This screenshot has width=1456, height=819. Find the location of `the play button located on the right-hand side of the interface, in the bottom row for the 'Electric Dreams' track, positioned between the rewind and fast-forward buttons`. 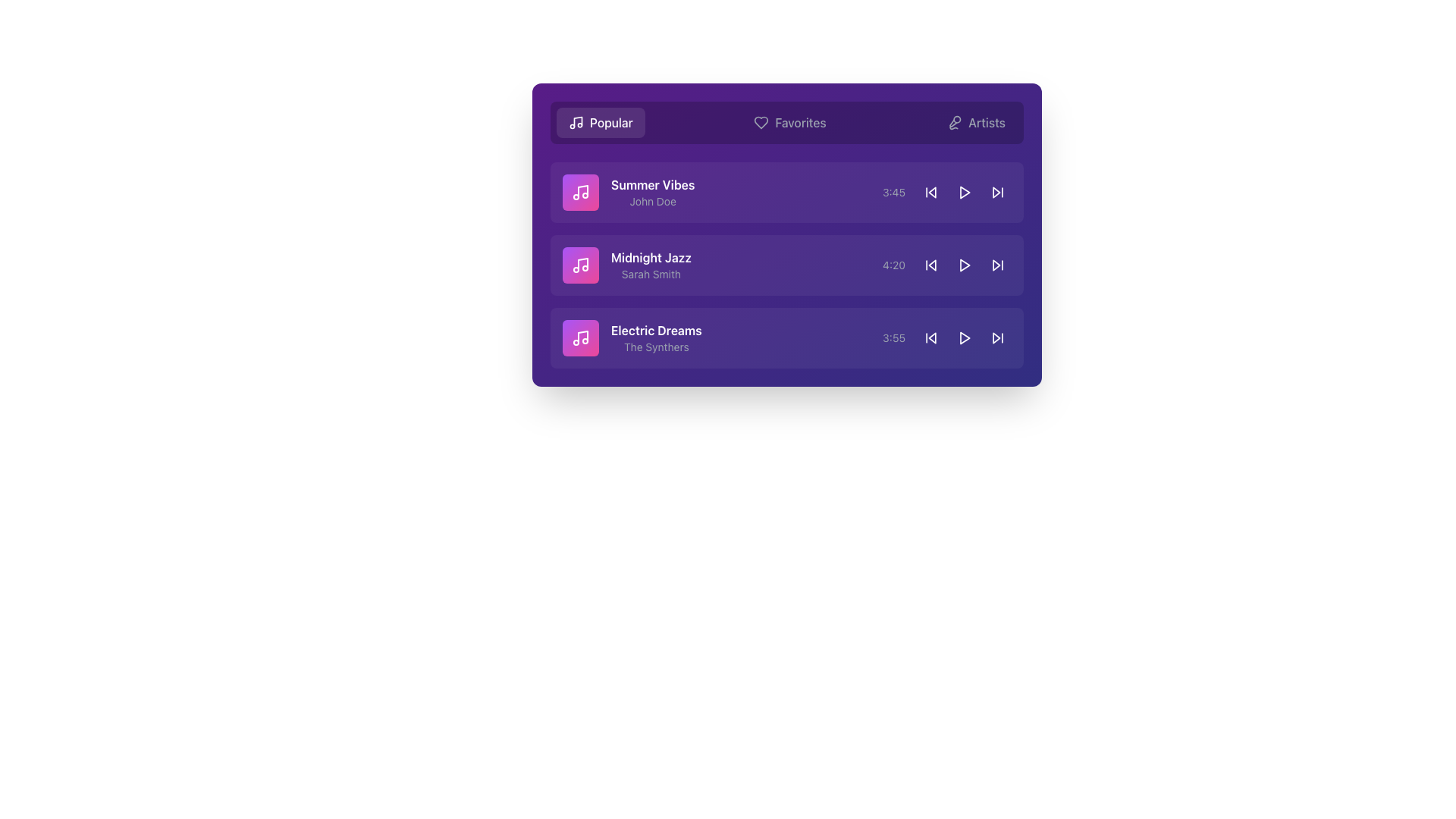

the play button located on the right-hand side of the interface, in the bottom row for the 'Electric Dreams' track, positioned between the rewind and fast-forward buttons is located at coordinates (964, 337).